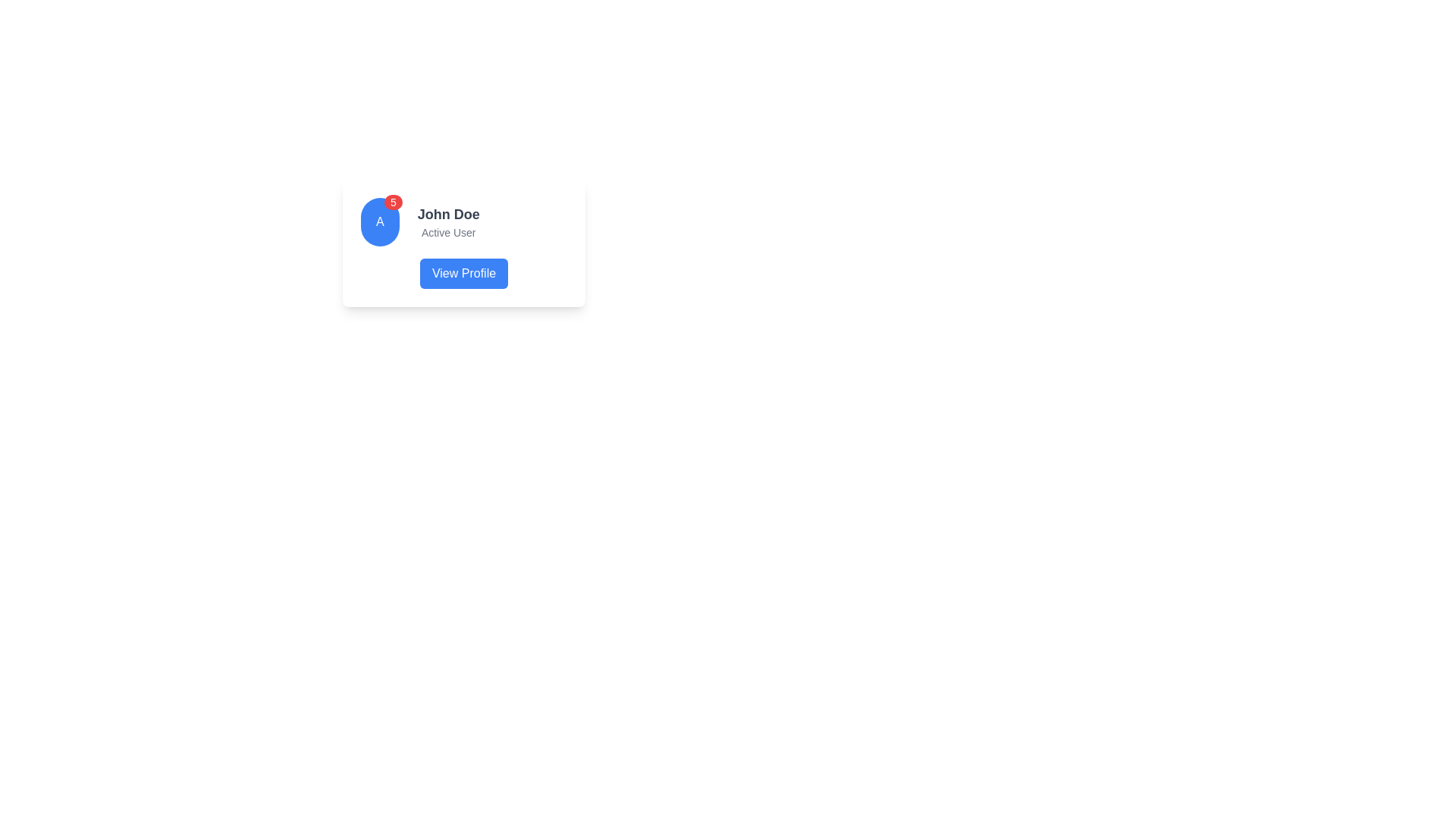 The width and height of the screenshot is (1456, 819). What do you see at coordinates (393, 201) in the screenshot?
I see `the Notification Badge located in the top-right corner of the user profile card for 'John Doe', which displays unread messages or notifications` at bounding box center [393, 201].